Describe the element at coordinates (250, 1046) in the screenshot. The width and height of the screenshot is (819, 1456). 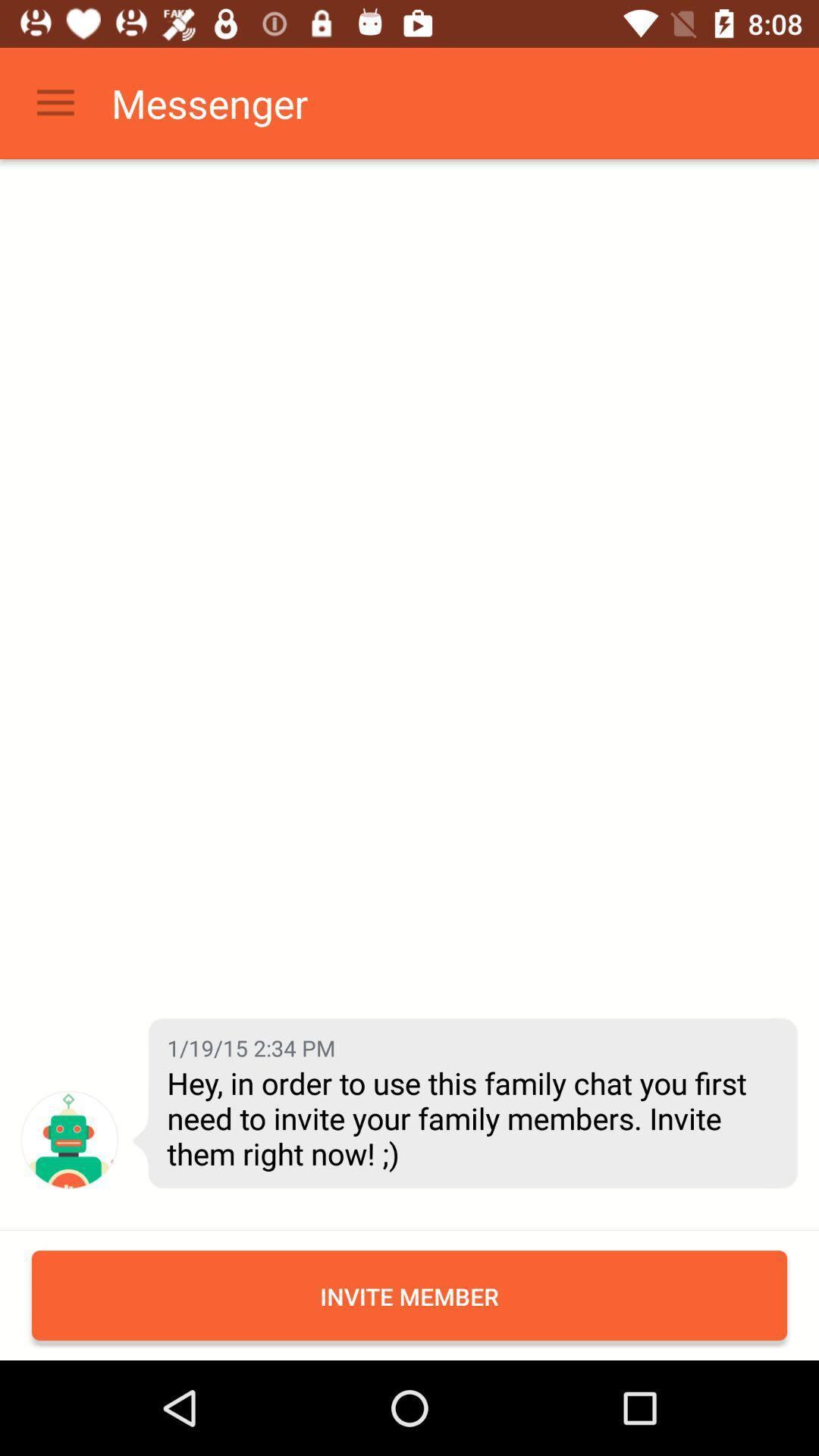
I see `item below the messenger icon` at that location.